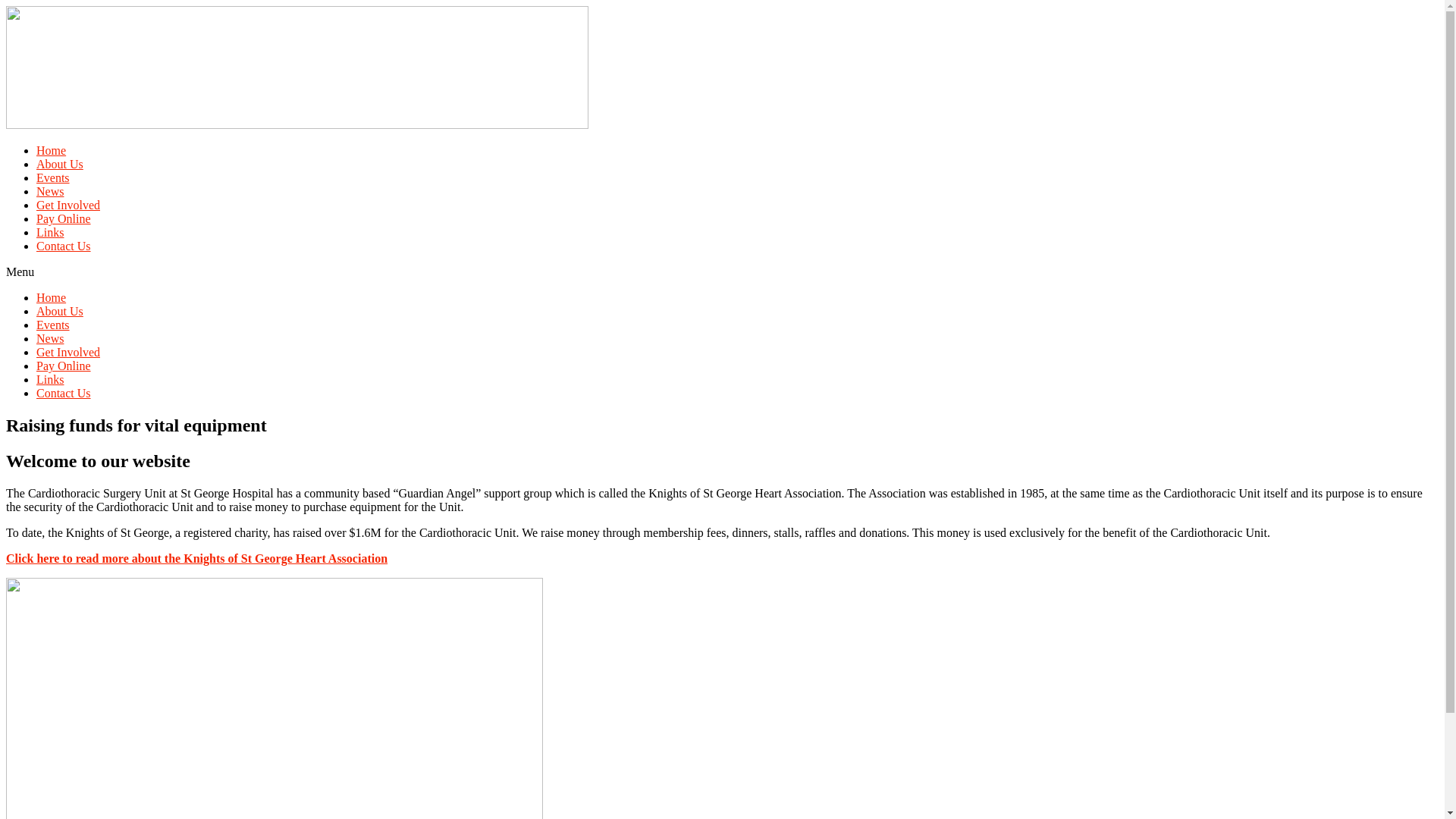 Image resolution: width=1456 pixels, height=819 pixels. What do you see at coordinates (62, 366) in the screenshot?
I see `'Pay Online'` at bounding box center [62, 366].